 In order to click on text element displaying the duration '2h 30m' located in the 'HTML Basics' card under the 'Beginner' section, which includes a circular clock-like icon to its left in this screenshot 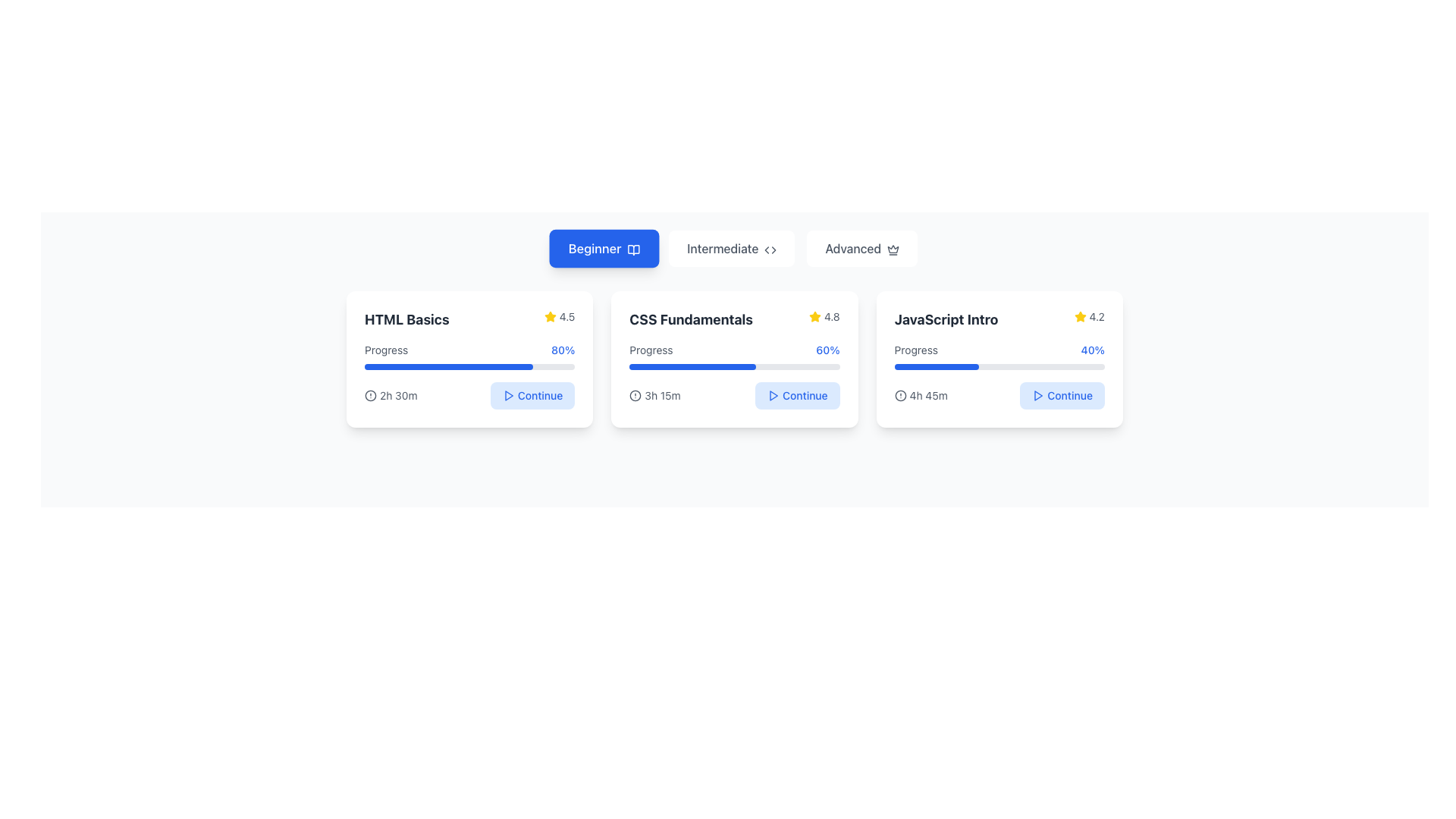, I will do `click(391, 394)`.